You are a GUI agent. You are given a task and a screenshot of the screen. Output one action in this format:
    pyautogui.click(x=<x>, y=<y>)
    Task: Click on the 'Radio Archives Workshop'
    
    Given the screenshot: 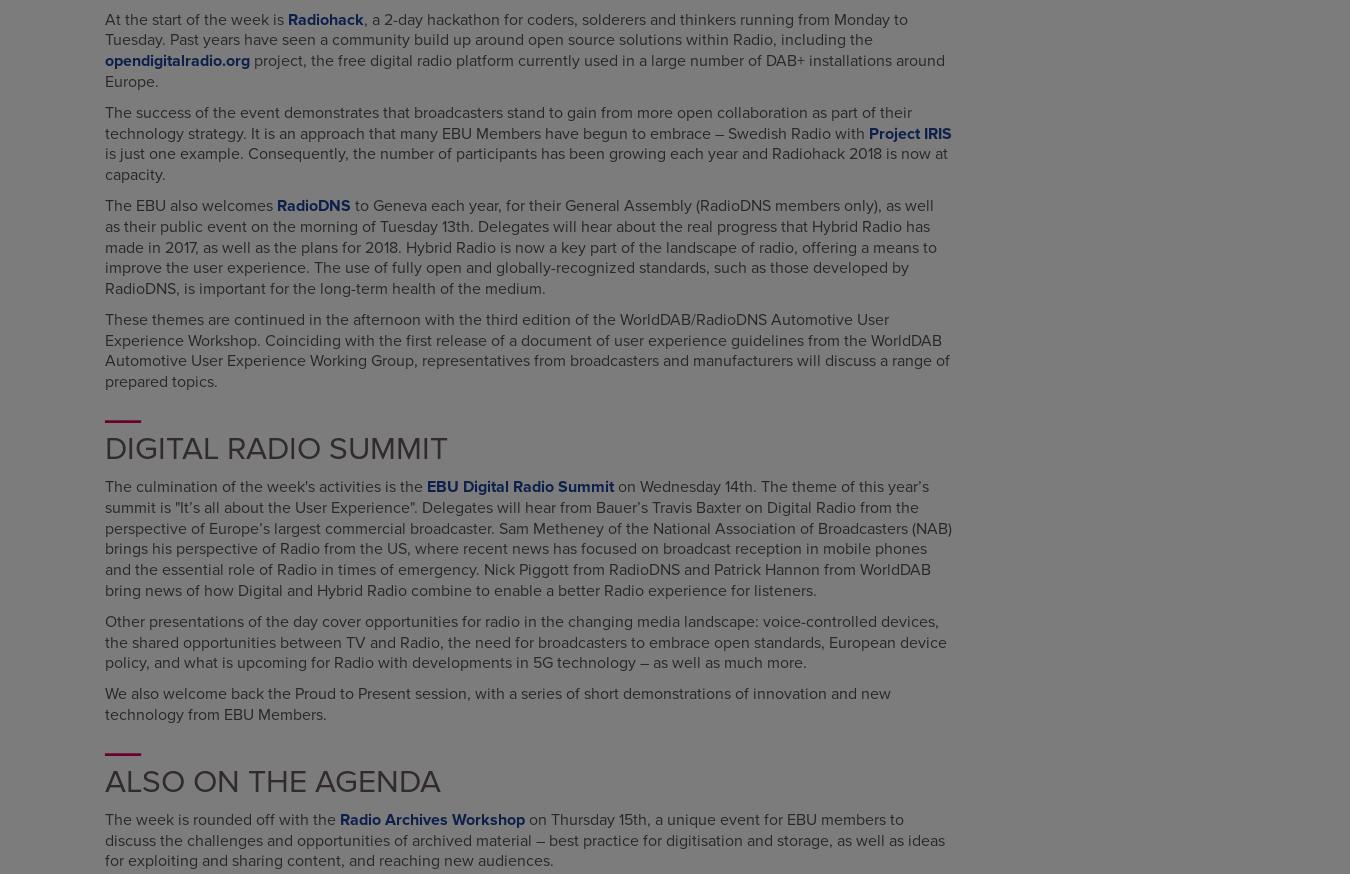 What is the action you would take?
    pyautogui.click(x=432, y=819)
    